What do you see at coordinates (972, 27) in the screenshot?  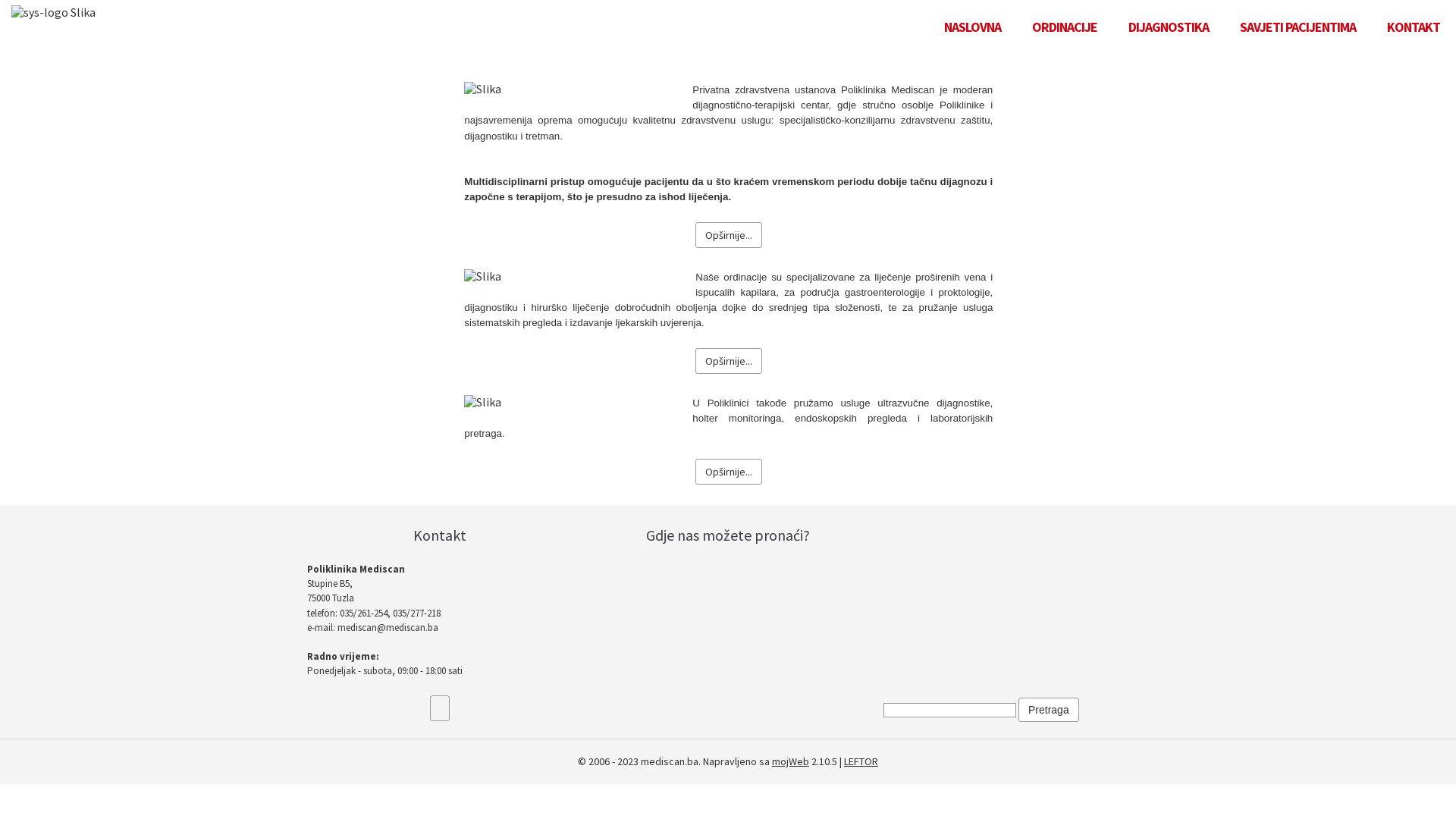 I see `'NASLOVNA'` at bounding box center [972, 27].